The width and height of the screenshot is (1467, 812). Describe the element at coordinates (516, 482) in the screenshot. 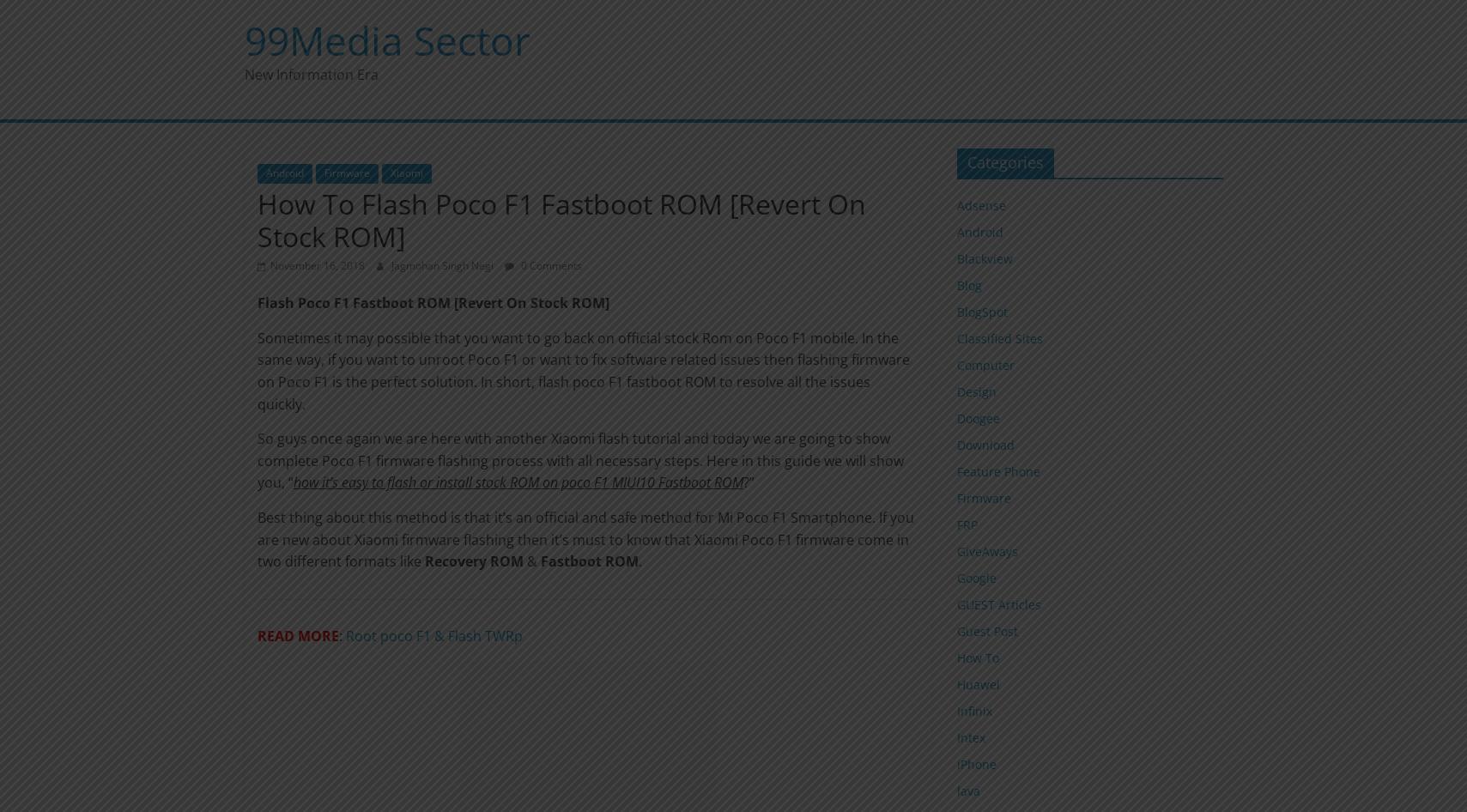

I see `'how it’s easy to flash or install stock ROM on poco F1 MIUI10 Fastboot ROM'` at that location.